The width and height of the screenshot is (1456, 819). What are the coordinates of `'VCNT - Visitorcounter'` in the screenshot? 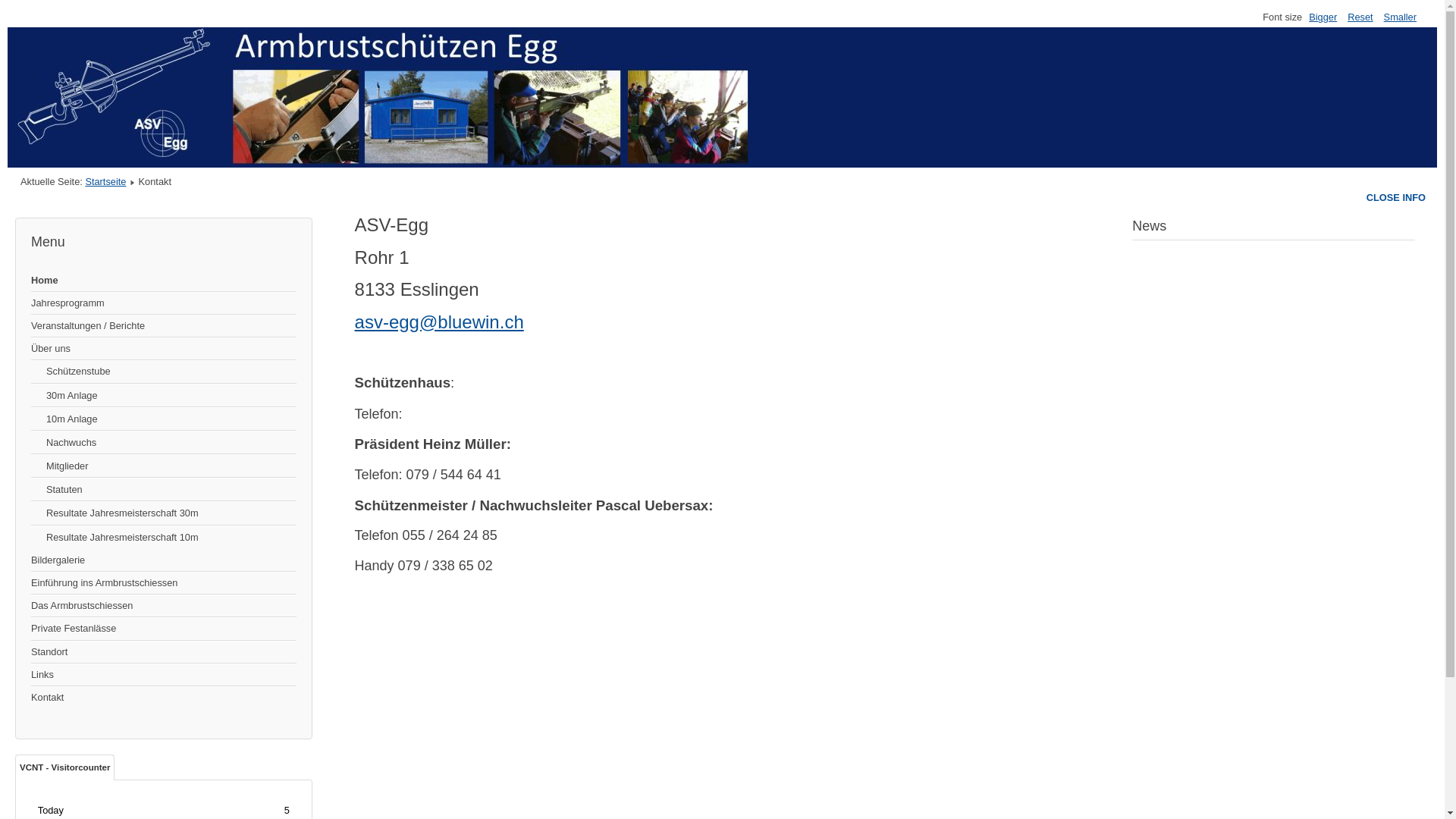 It's located at (64, 767).